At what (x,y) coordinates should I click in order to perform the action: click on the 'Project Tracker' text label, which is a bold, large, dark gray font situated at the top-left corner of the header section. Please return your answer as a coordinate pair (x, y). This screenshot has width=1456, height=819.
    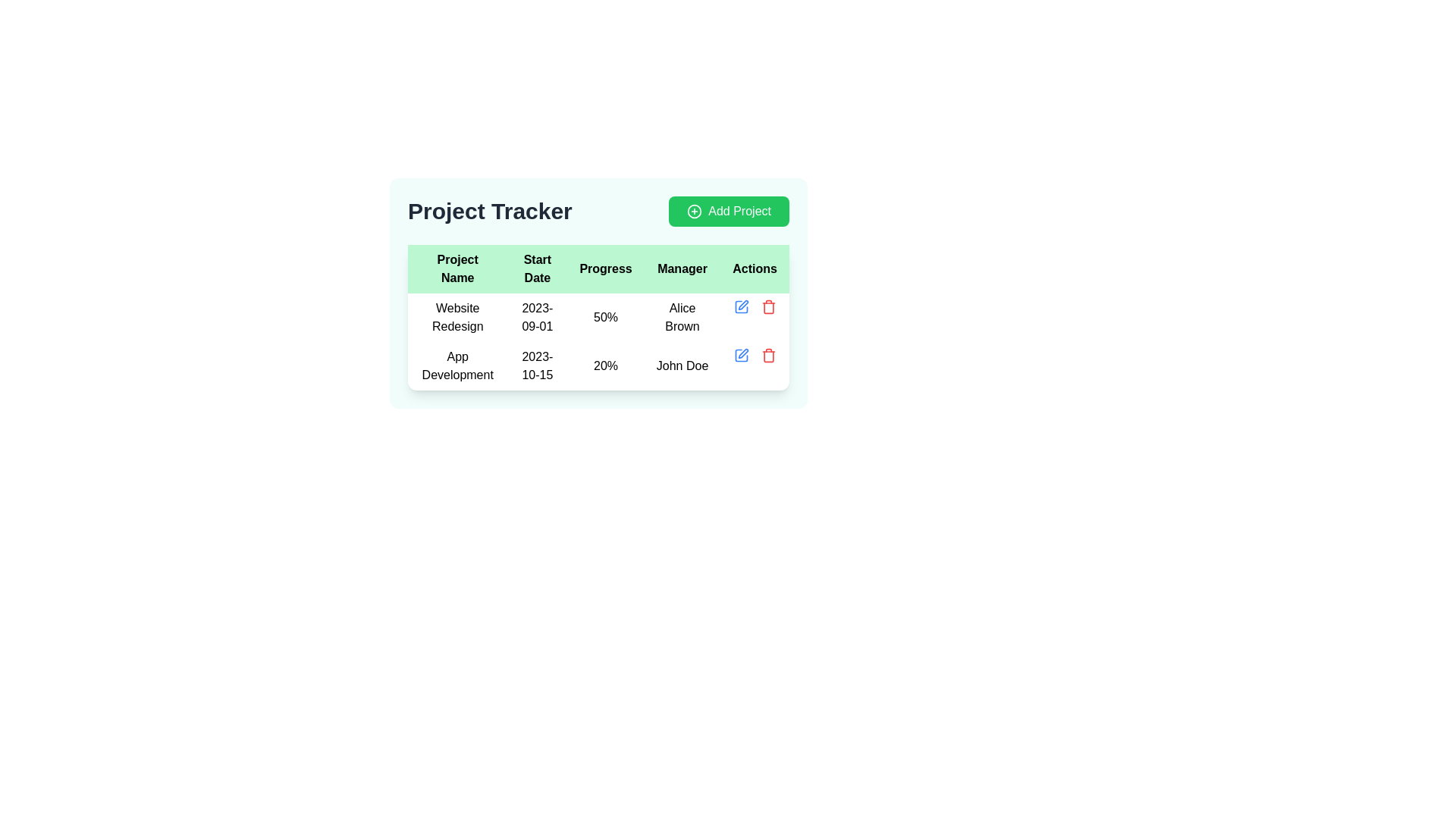
    Looking at the image, I should click on (490, 211).